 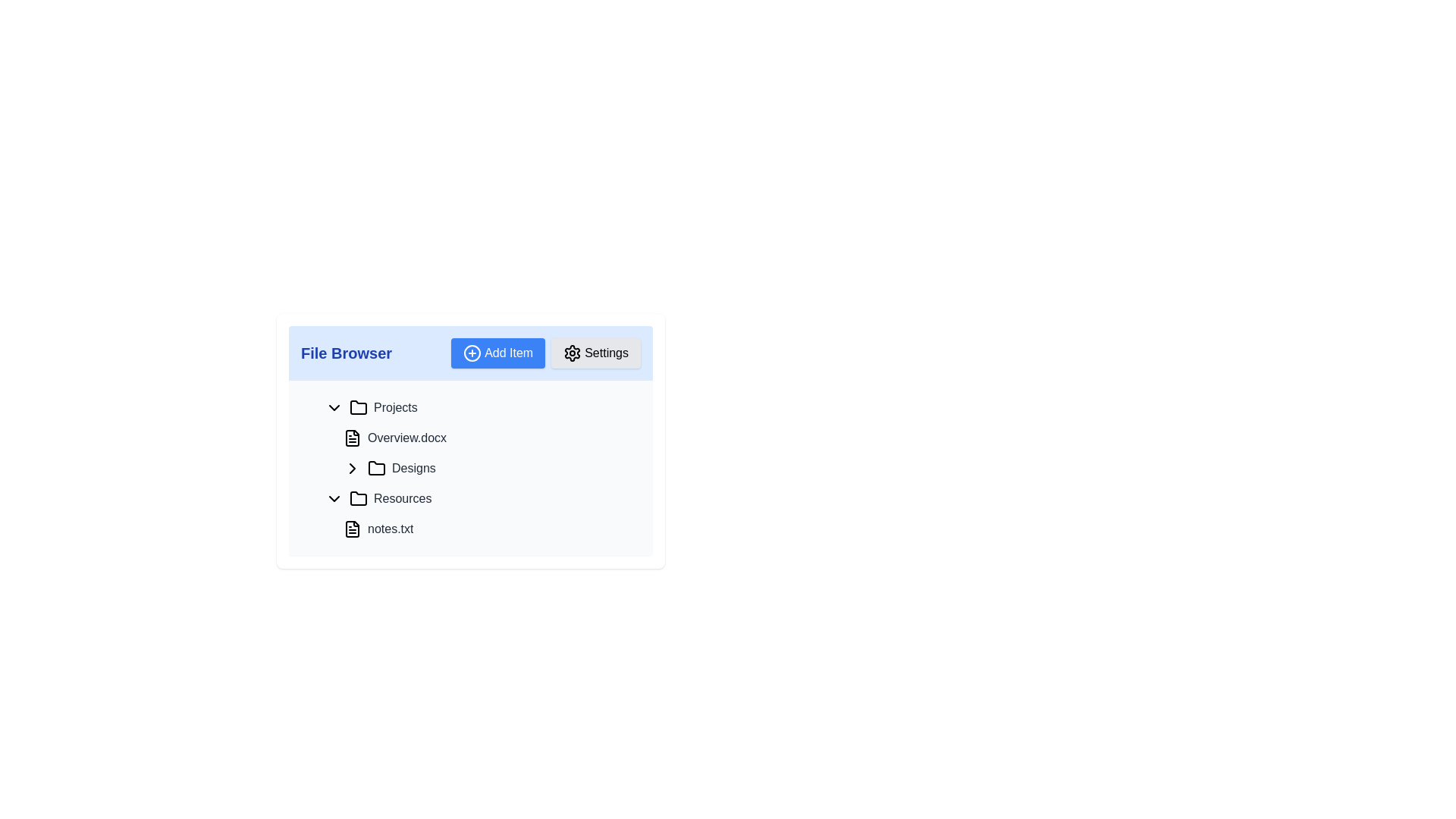 I want to click on the Folder entry in the file browser, which is the fourth entry in the list, located directly above 'notes.txt' and below 'Designs', so click(x=479, y=499).